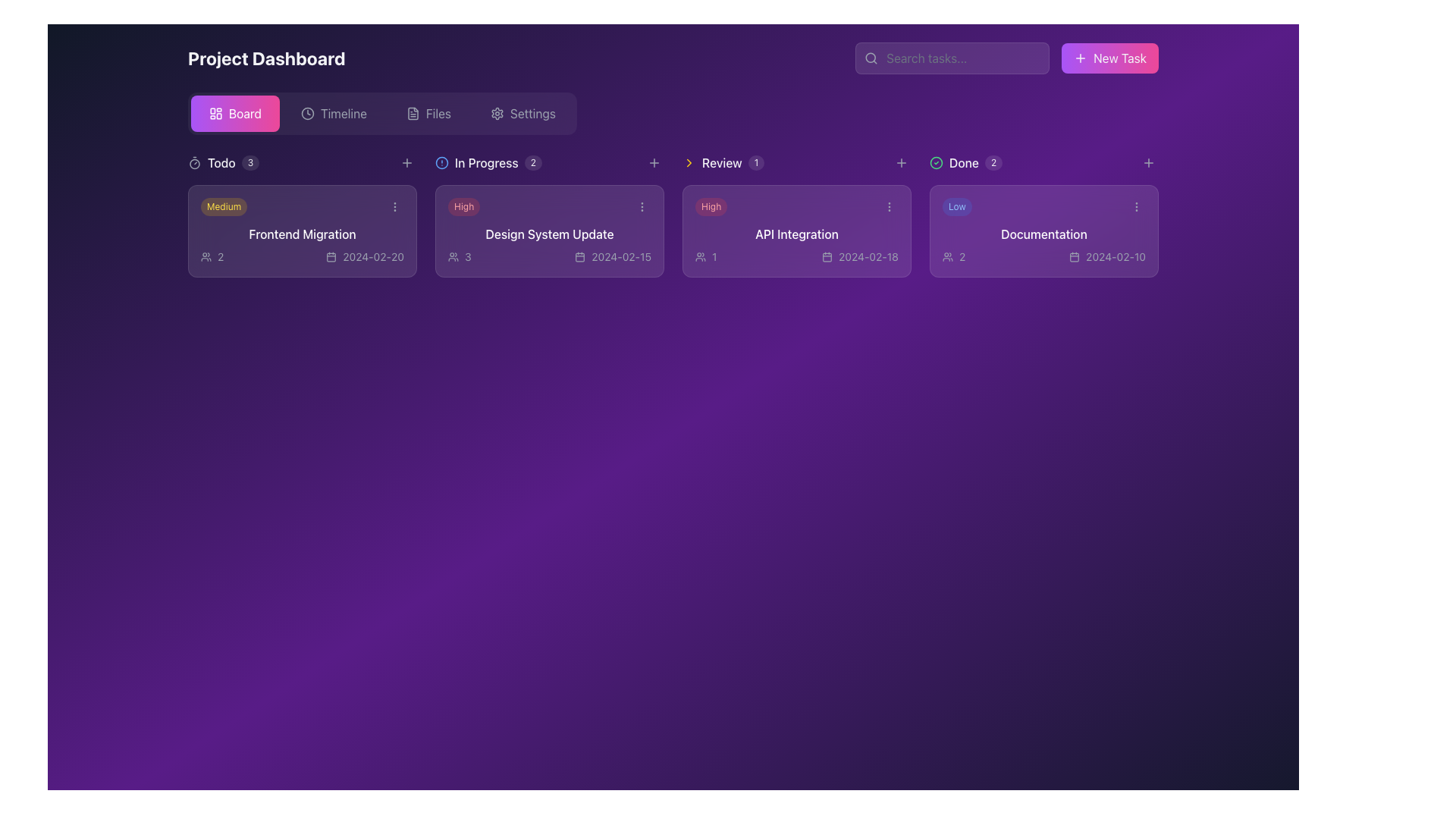 The width and height of the screenshot is (1456, 819). I want to click on date value displayed on the combination of an icon and a date label located in the second card of the 'In Progress' section, below the text 'Design System Update', so click(613, 256).